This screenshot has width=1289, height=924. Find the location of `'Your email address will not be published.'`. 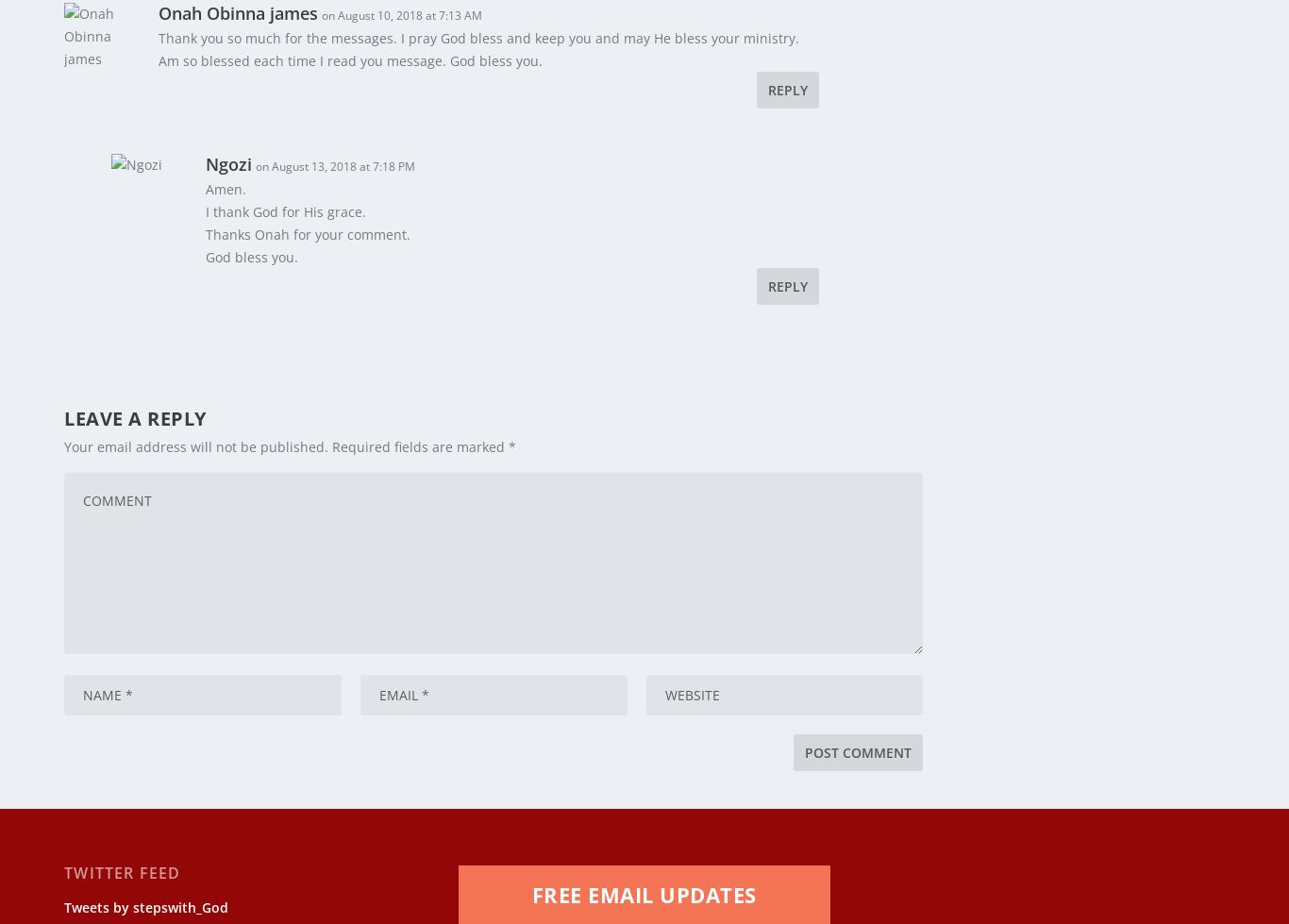

'Your email address will not be published.' is located at coordinates (195, 434).